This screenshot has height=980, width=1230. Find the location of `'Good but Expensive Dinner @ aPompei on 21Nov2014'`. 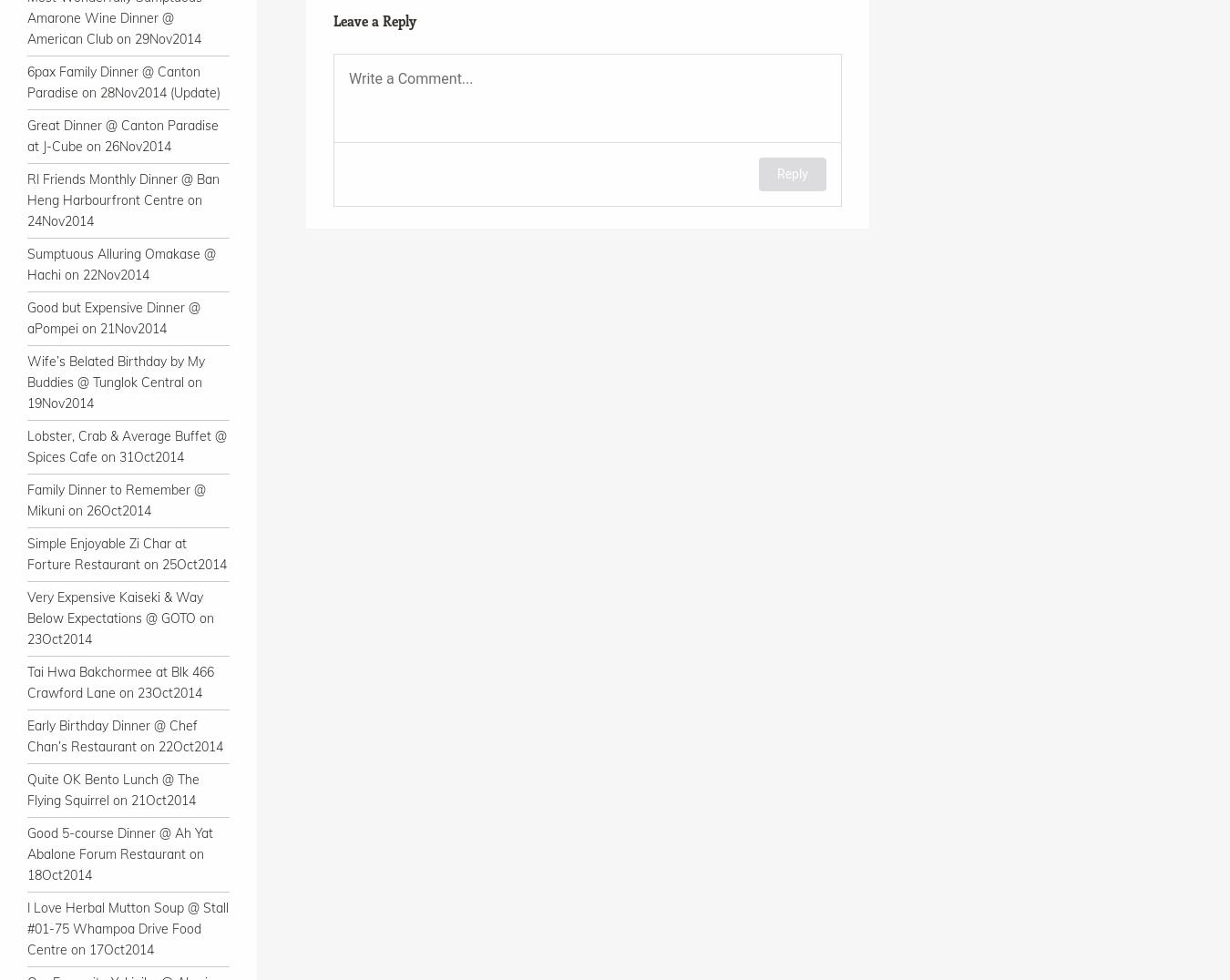

'Good but Expensive Dinner @ aPompei on 21Nov2014' is located at coordinates (114, 318).